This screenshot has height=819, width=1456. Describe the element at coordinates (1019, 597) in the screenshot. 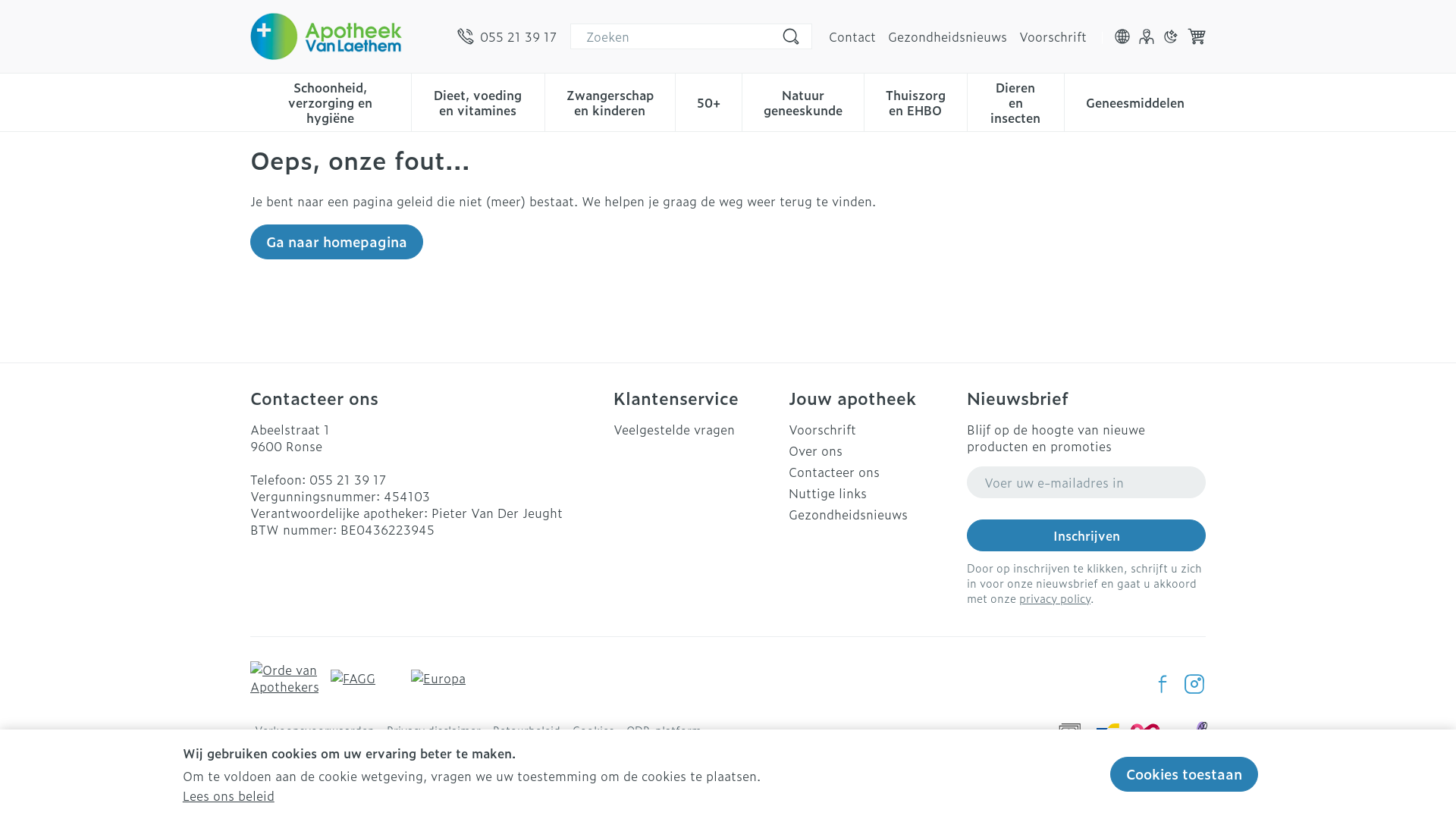

I see `'privacy policy'` at that location.